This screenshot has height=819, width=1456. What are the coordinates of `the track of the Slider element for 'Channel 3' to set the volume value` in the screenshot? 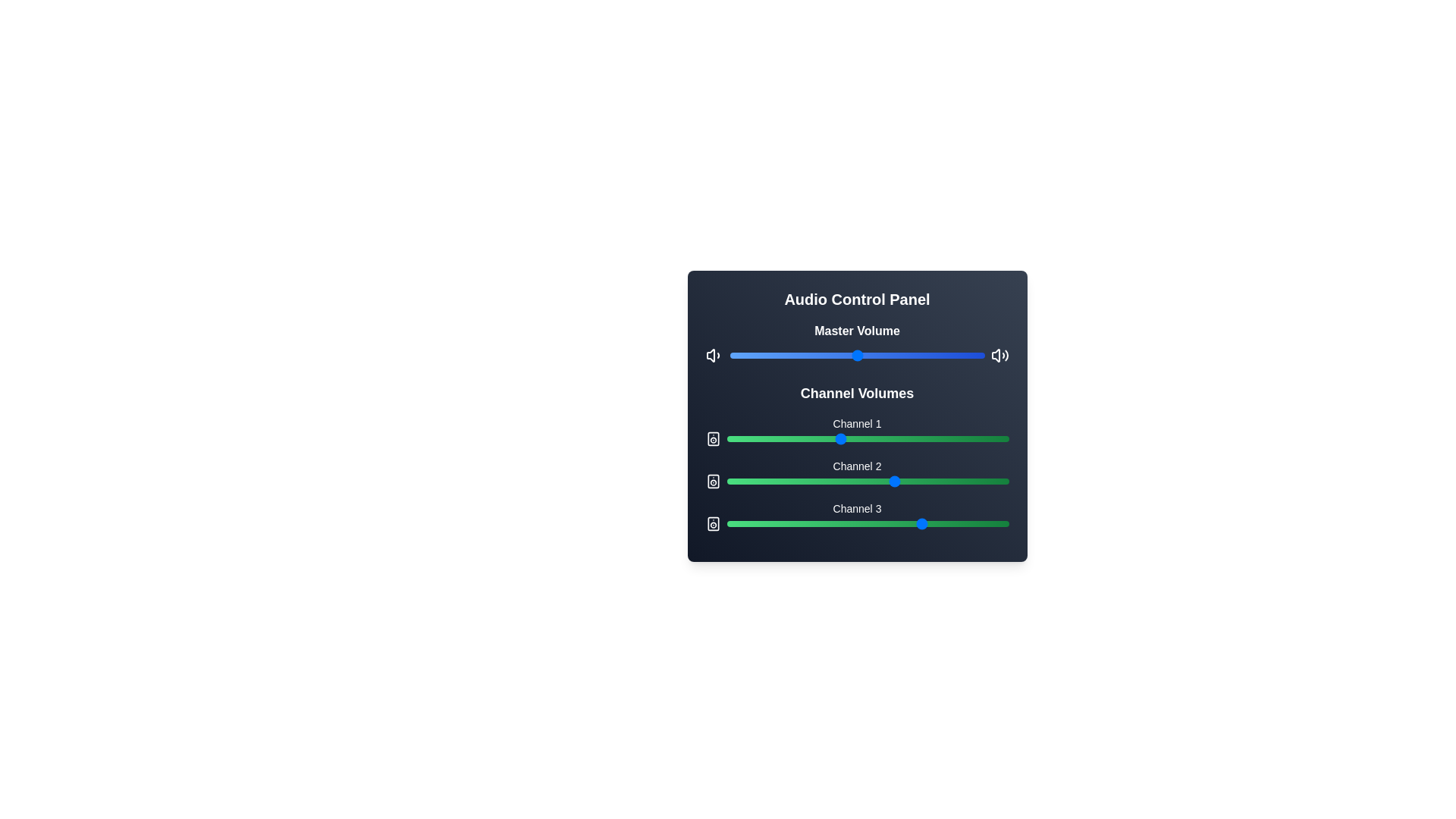 It's located at (857, 522).